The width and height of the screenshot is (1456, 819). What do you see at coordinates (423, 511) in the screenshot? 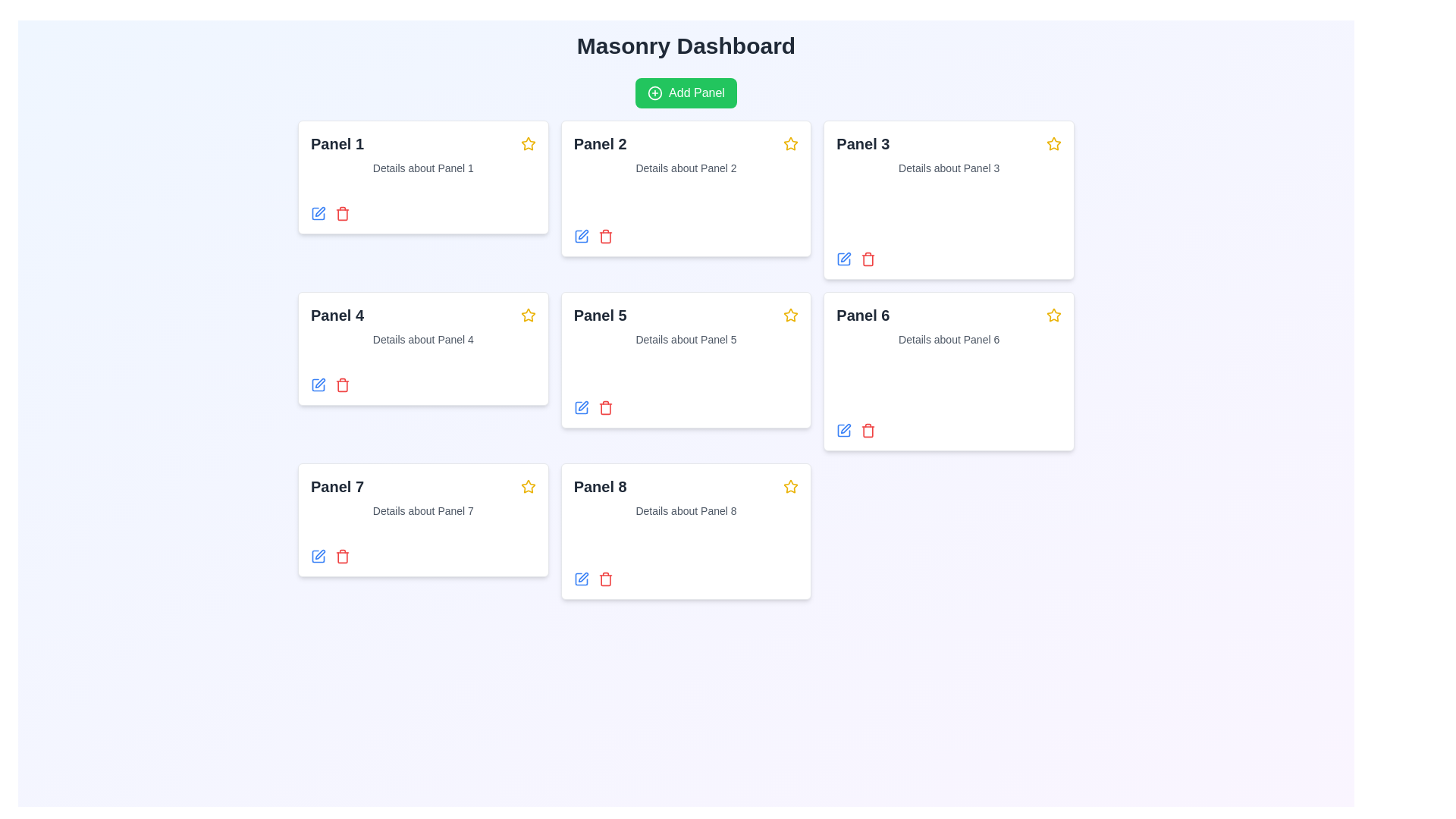
I see `the text label element that reads 'Details about Panel 7', which is styled in light gray and is located beneath the title 'Panel 7' within the 'Masonry Dashboard'` at bounding box center [423, 511].